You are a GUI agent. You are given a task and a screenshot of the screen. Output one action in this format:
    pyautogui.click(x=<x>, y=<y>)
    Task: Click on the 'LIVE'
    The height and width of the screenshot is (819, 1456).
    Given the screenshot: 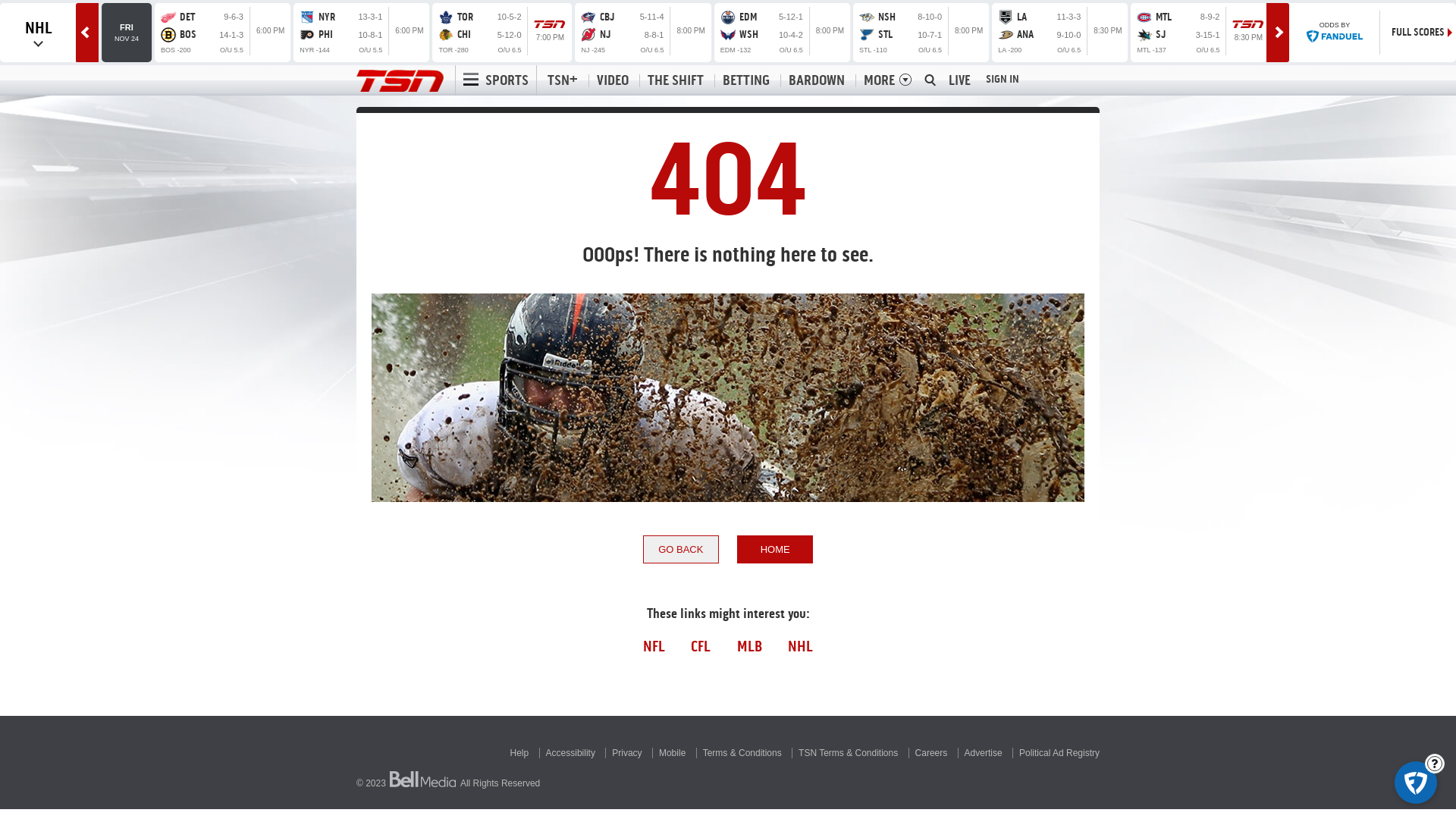 What is the action you would take?
    pyautogui.click(x=959, y=80)
    